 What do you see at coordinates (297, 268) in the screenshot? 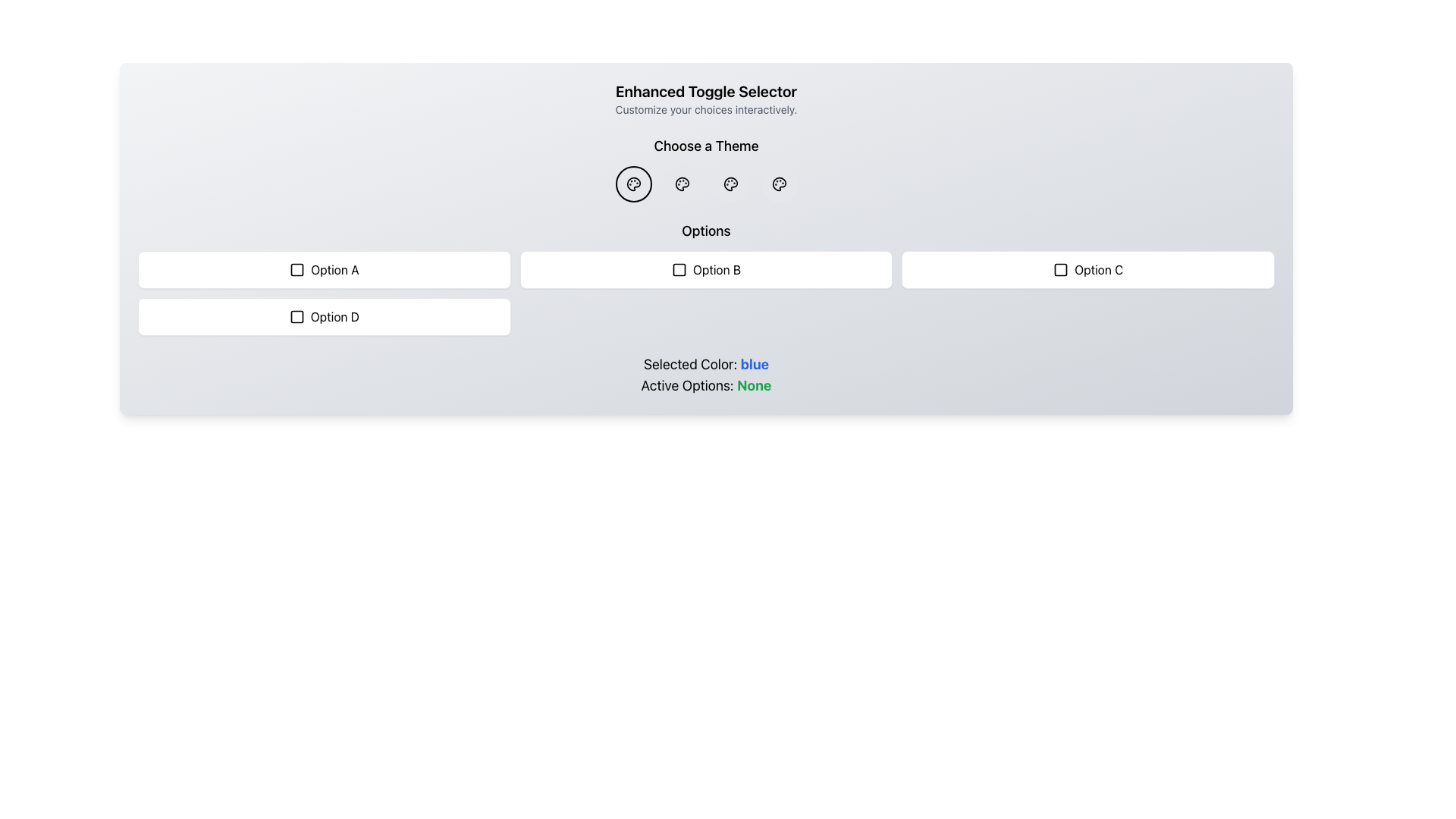
I see `the selectable toggle indicator for 'Option A', which is located to the left of the label text` at bounding box center [297, 268].